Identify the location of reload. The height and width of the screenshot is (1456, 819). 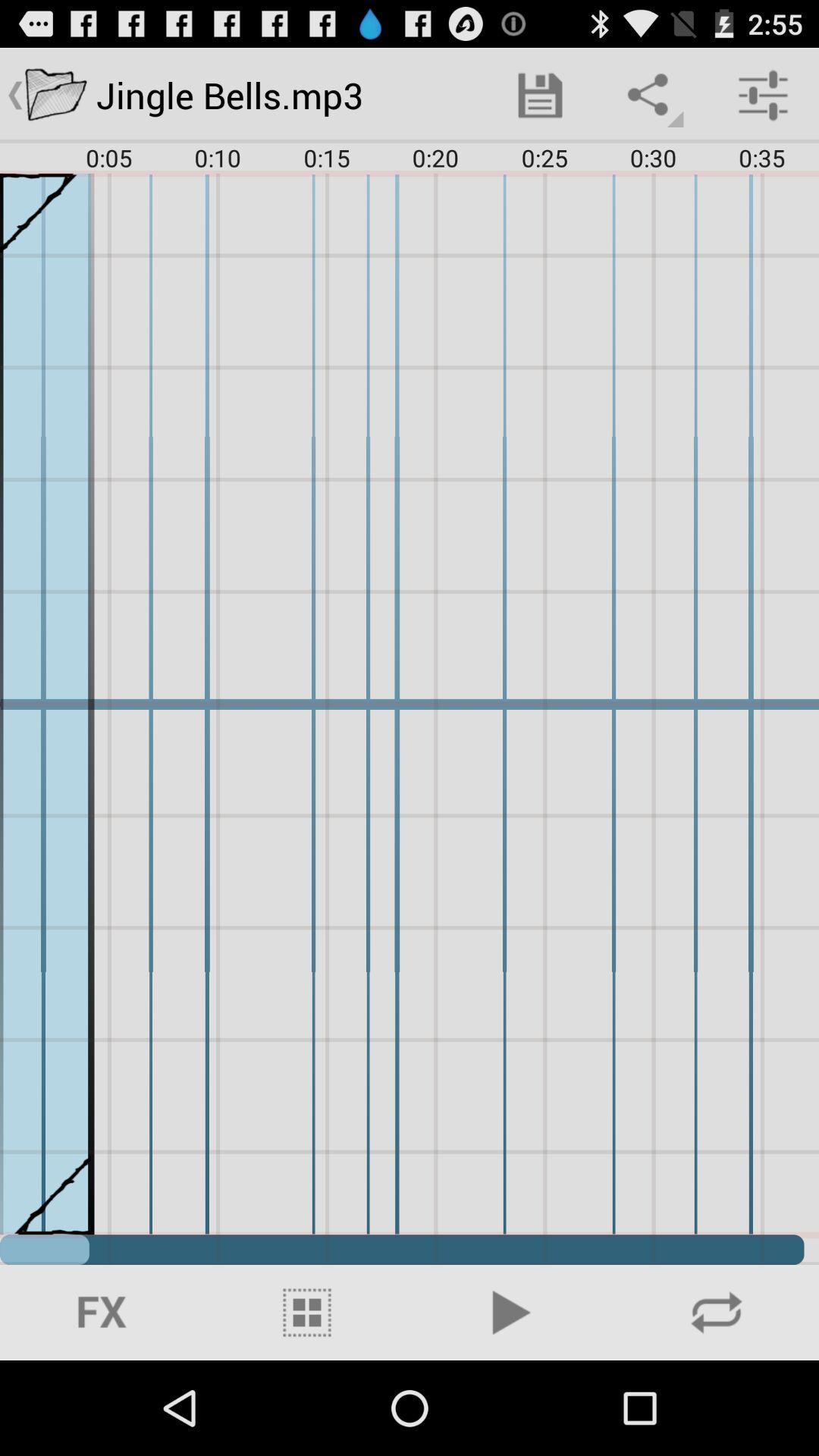
(717, 1312).